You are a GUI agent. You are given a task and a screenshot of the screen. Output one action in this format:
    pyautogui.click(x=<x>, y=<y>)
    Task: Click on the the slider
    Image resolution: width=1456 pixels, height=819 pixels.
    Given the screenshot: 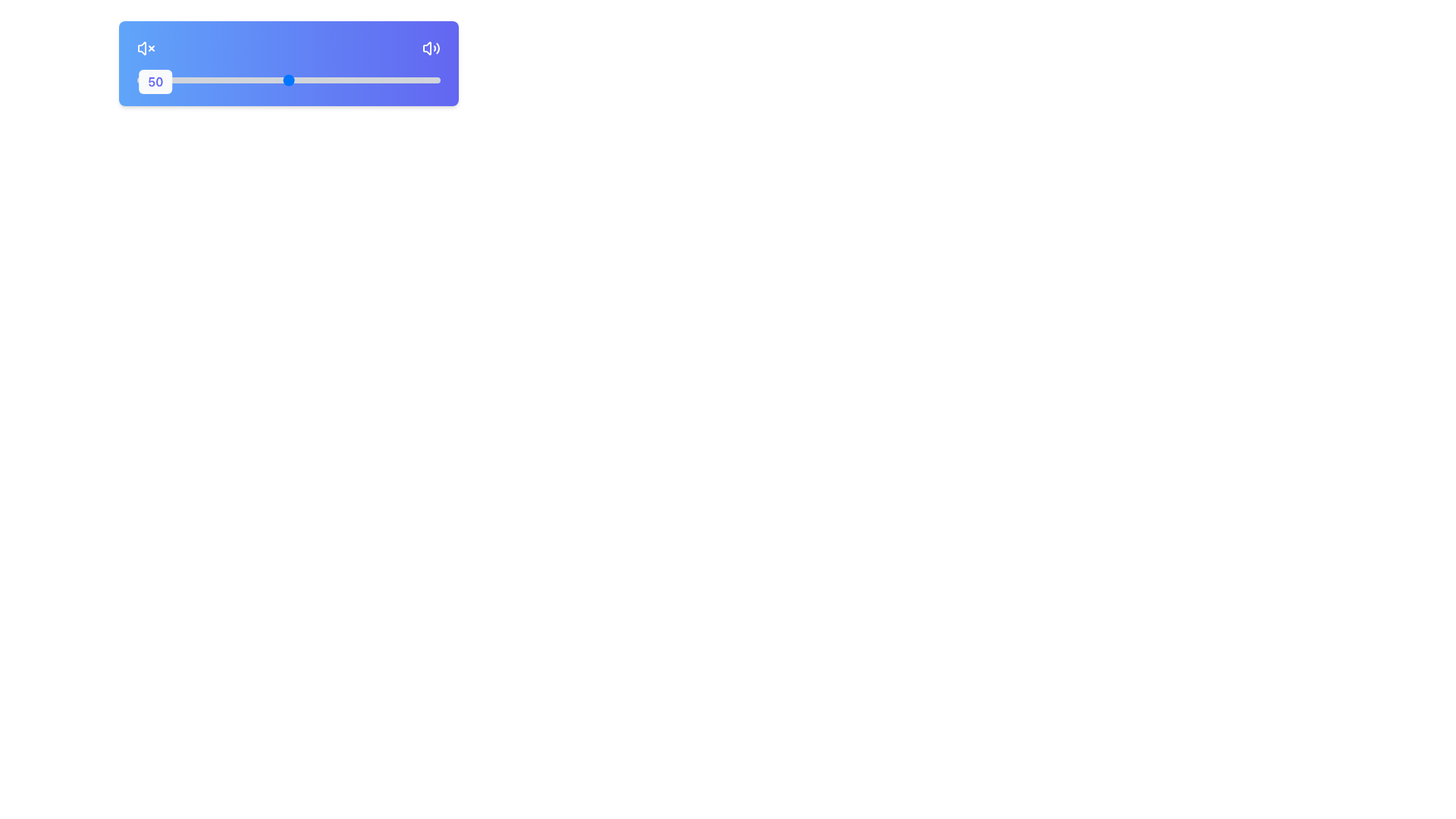 What is the action you would take?
    pyautogui.click(x=218, y=80)
    